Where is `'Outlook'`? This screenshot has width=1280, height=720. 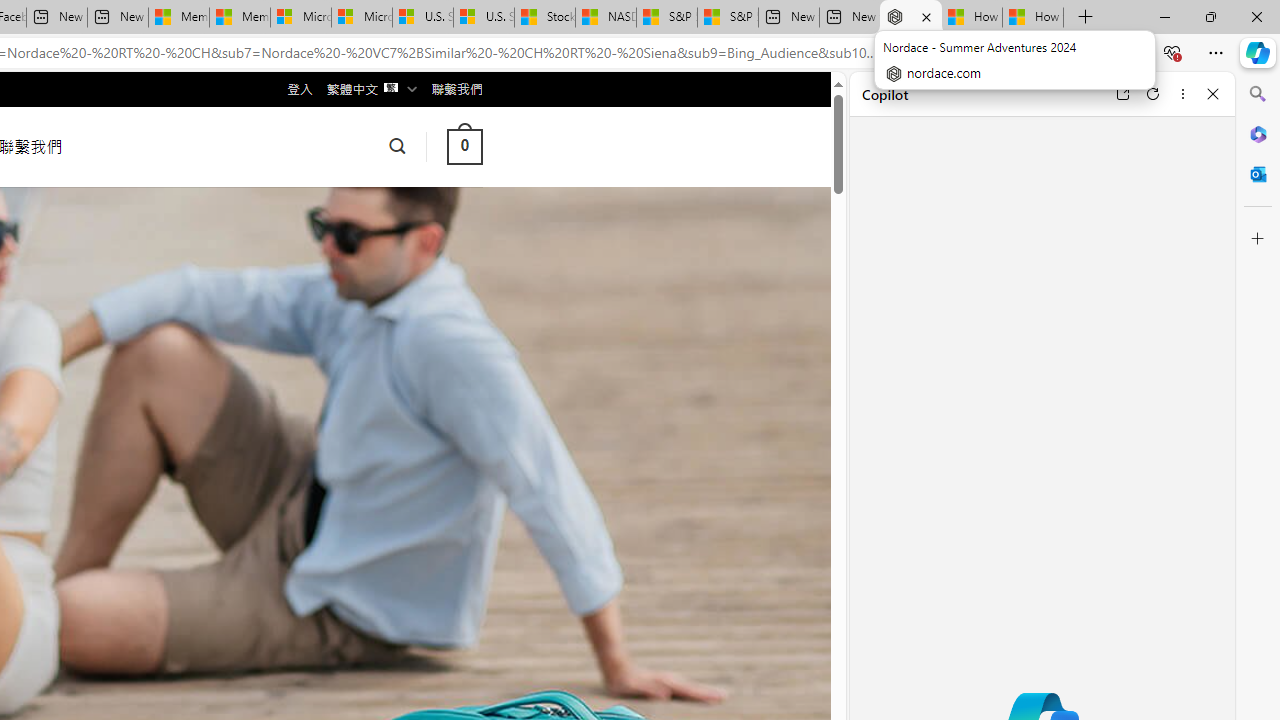
'Outlook' is located at coordinates (1257, 173).